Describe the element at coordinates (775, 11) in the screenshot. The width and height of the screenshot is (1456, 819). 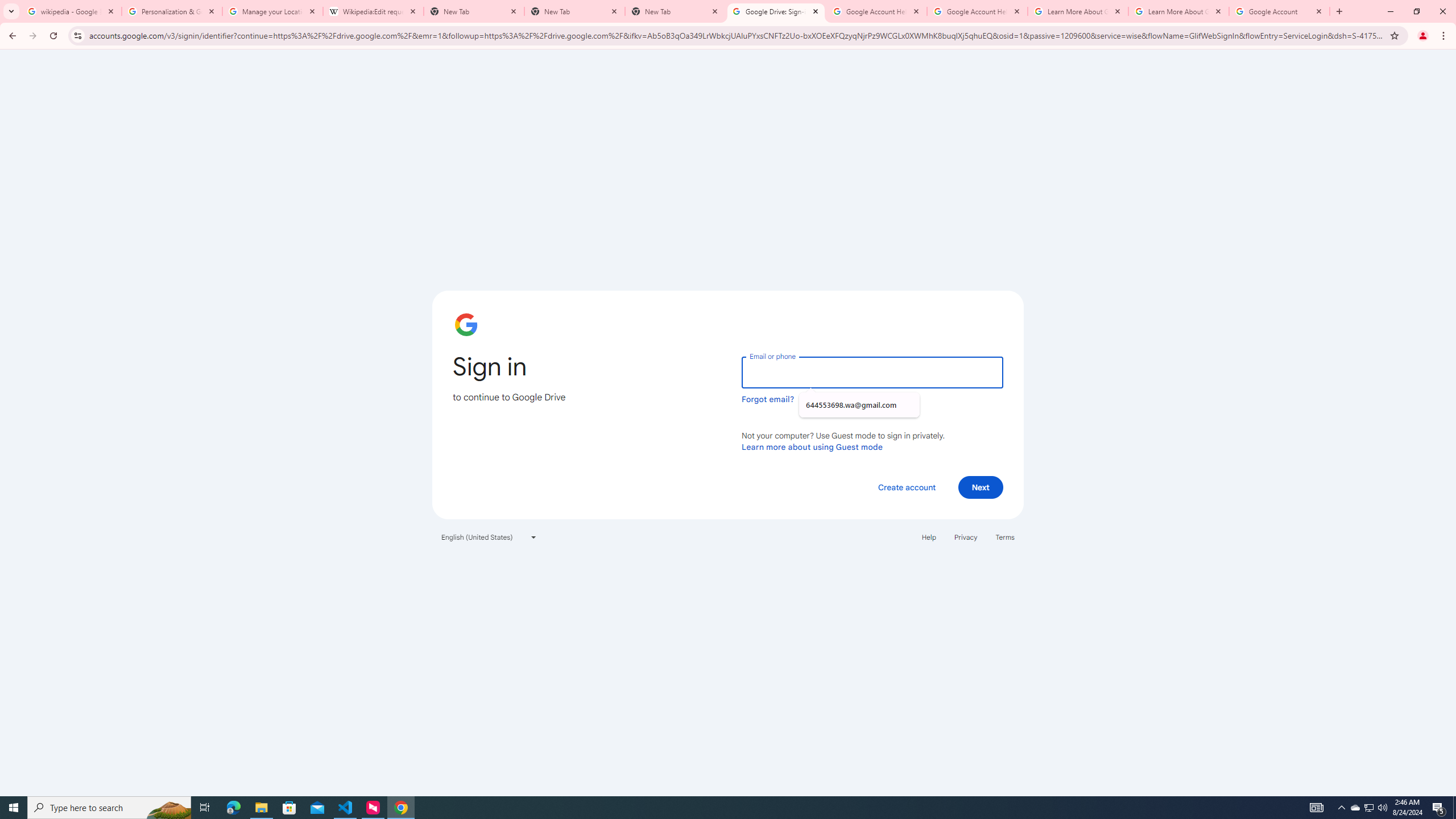
I see `'Google Drive: Sign-in'` at that location.